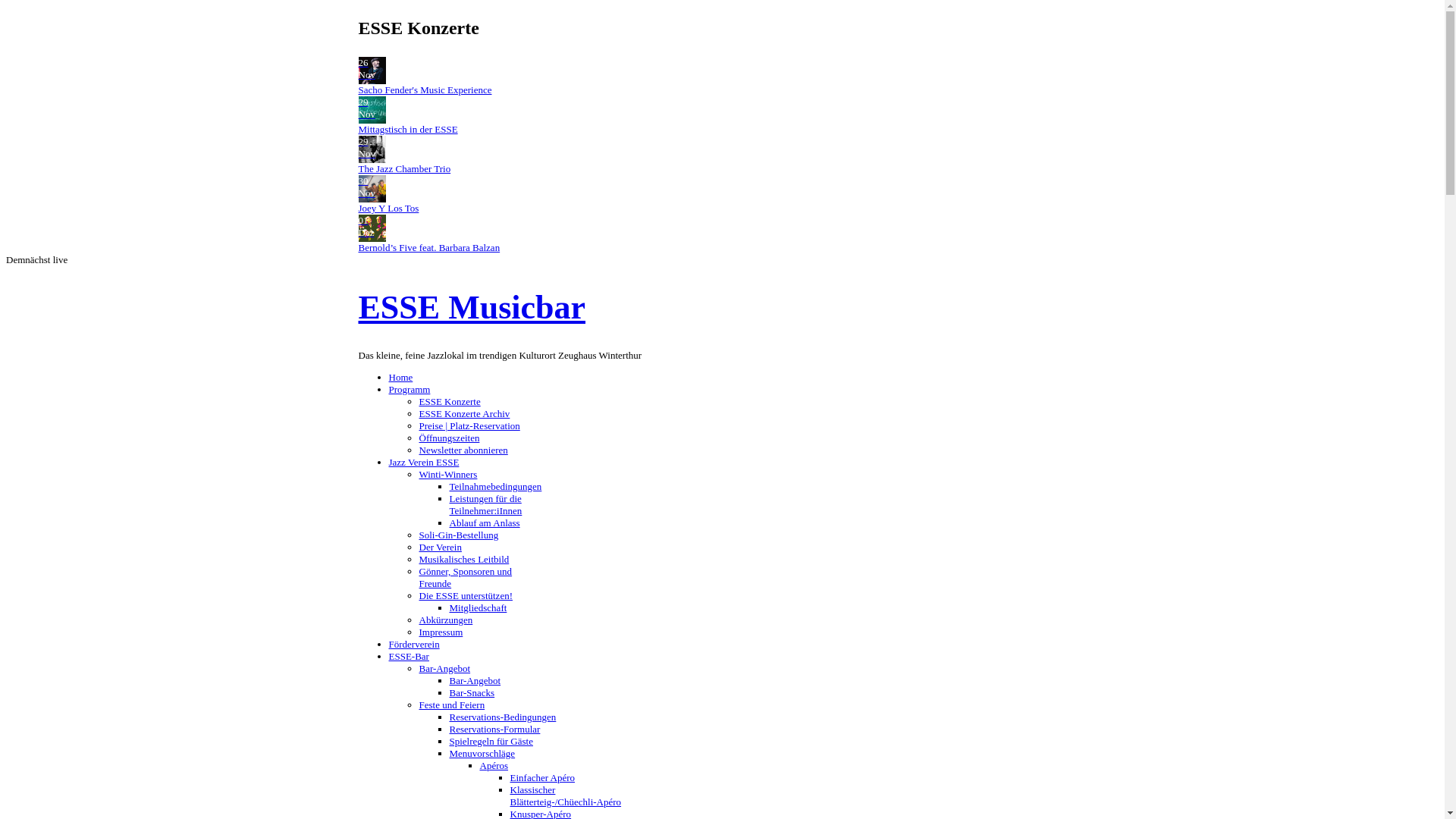  What do you see at coordinates (450, 704) in the screenshot?
I see `'Feste und Feiern'` at bounding box center [450, 704].